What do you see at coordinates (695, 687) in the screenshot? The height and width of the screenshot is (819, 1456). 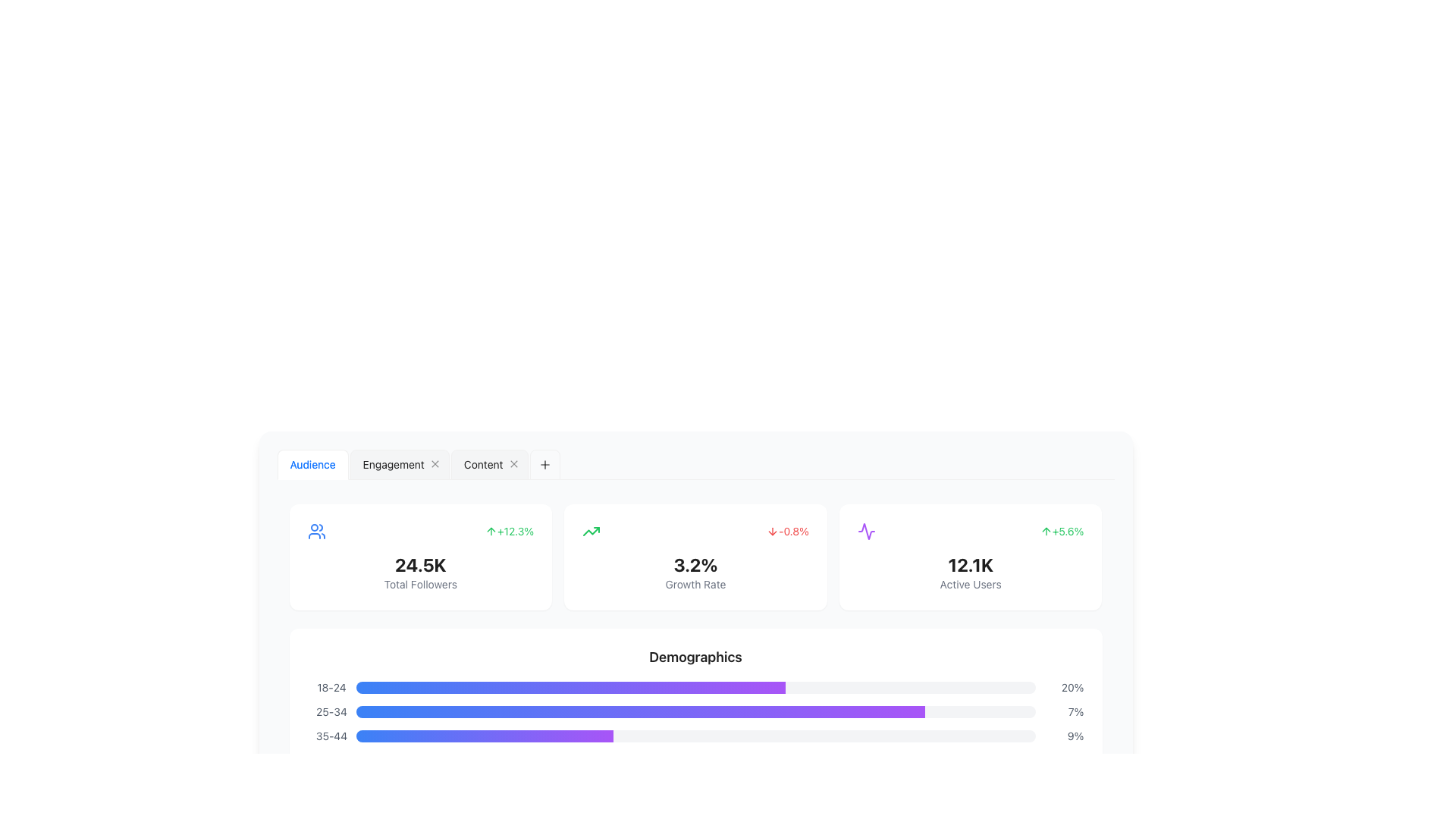 I see `the progress value on the horizontal progress bar located under the heading 'Demographics', which indicates the completion for the 18-24 demographic range` at bounding box center [695, 687].